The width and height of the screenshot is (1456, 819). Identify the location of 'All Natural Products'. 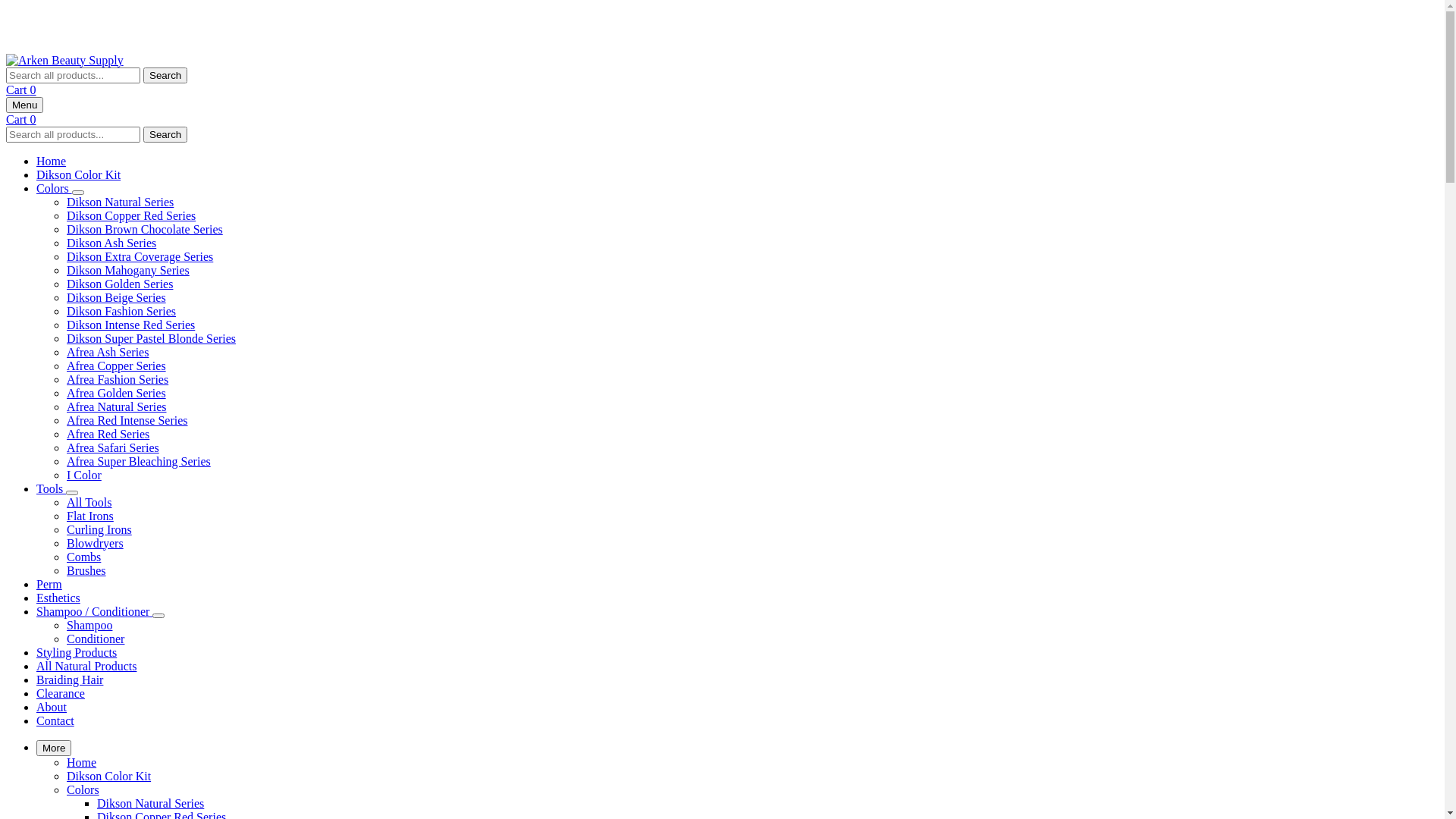
(86, 665).